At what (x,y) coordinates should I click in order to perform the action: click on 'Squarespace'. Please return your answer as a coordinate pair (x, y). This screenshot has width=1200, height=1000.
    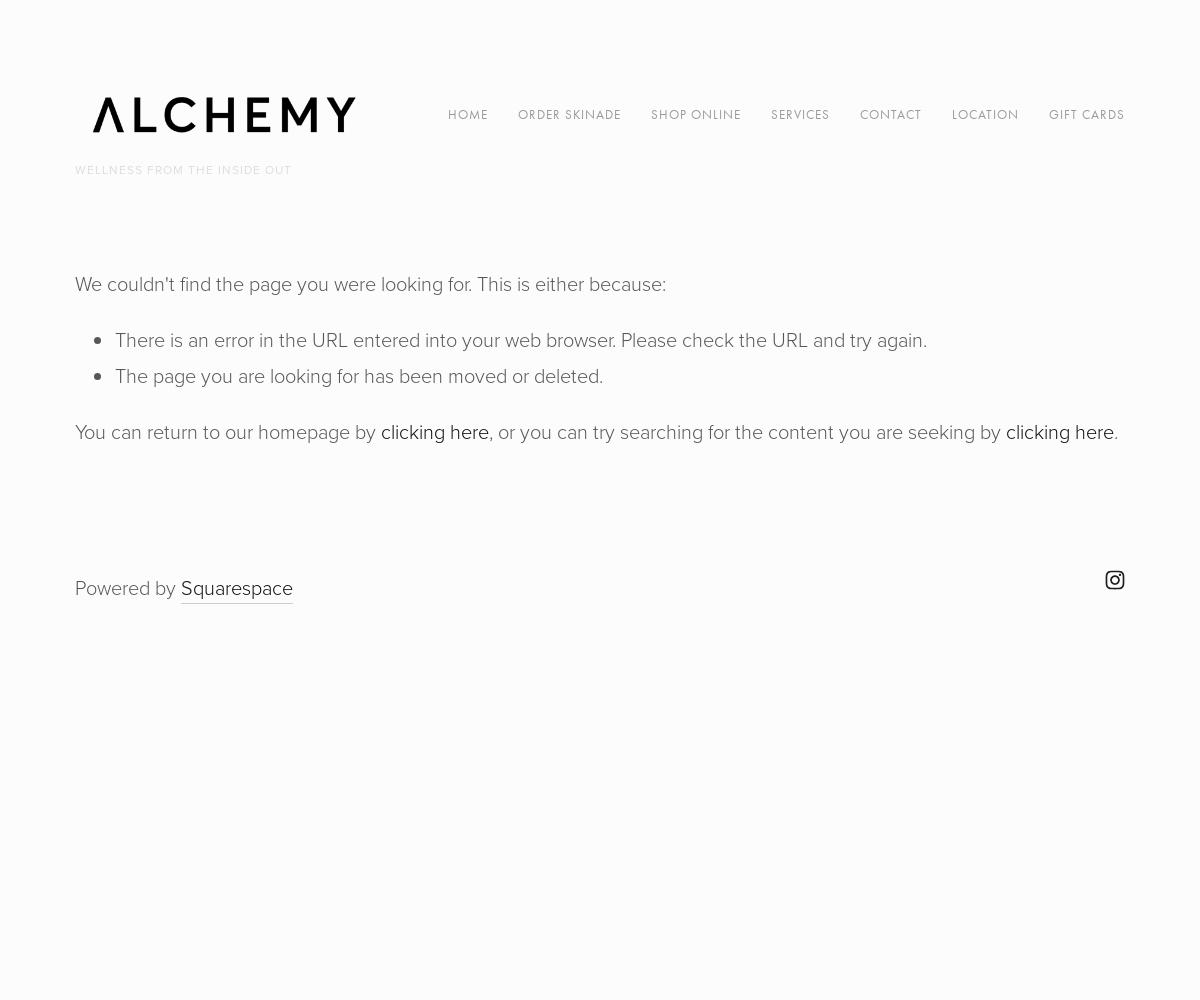
    Looking at the image, I should click on (236, 587).